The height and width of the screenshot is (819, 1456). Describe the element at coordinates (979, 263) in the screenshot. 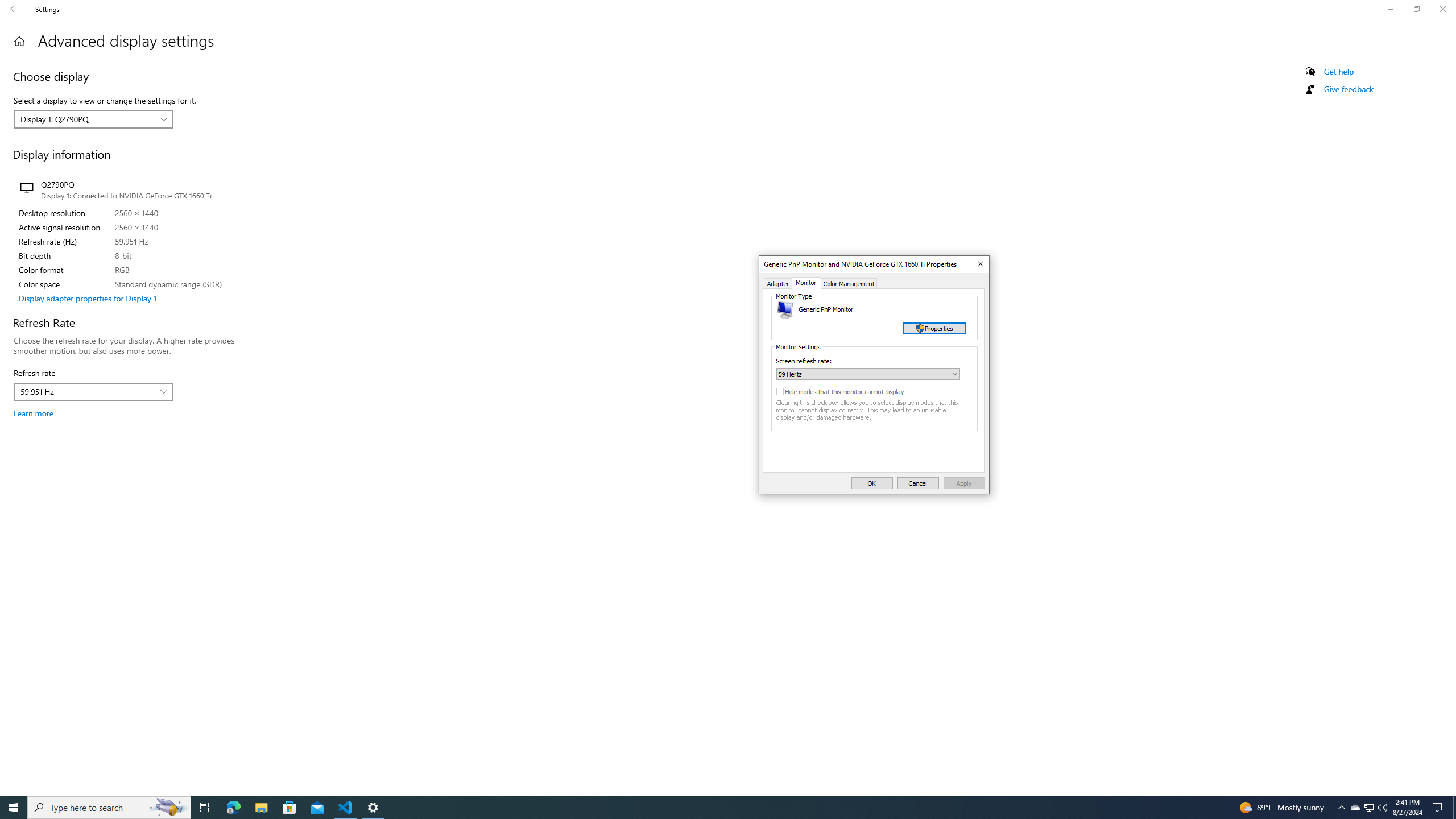

I see `'Close'` at that location.